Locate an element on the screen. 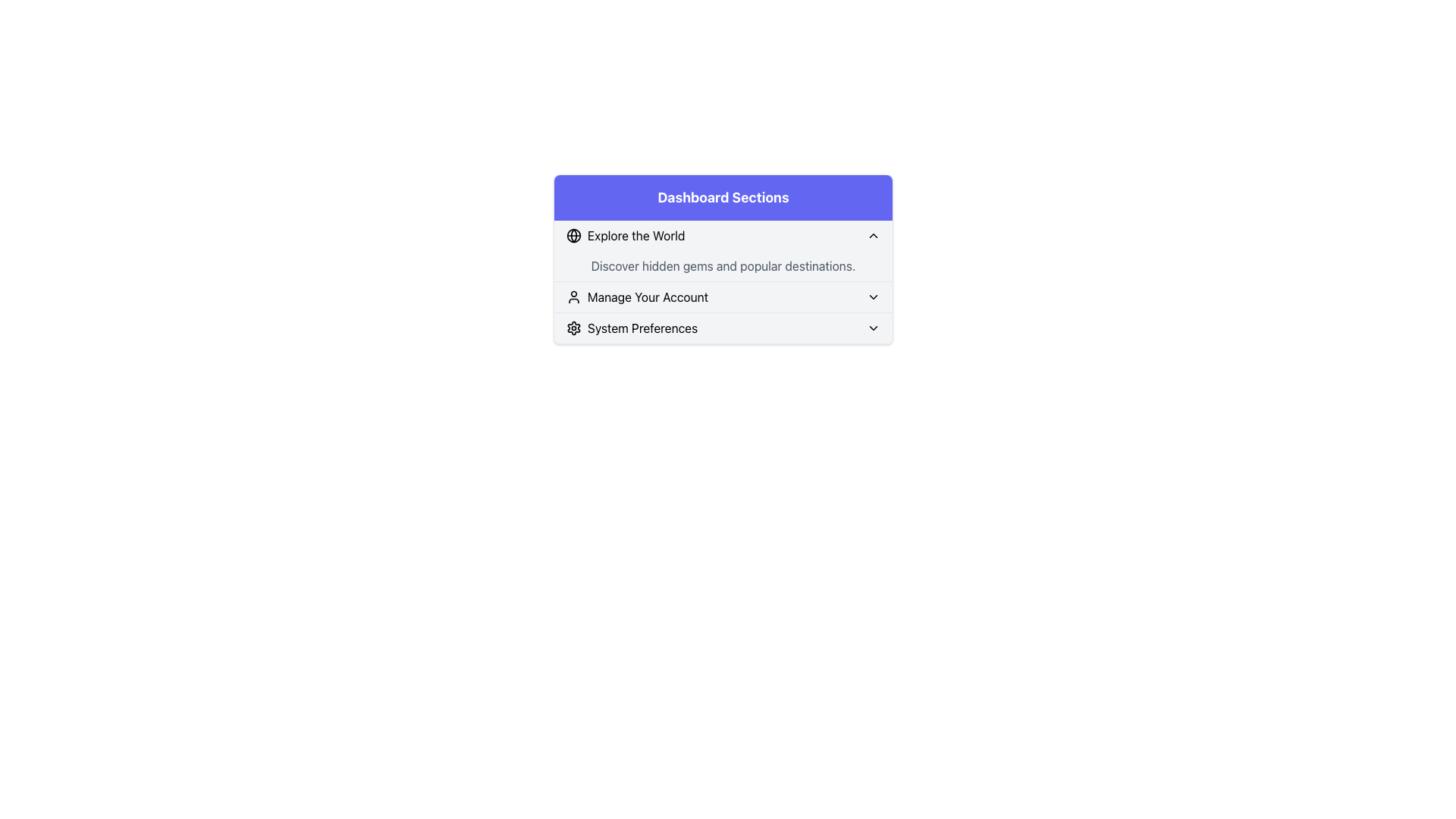  the 'Explore the World' header element, which consists of a text label and an icon is located at coordinates (626, 236).